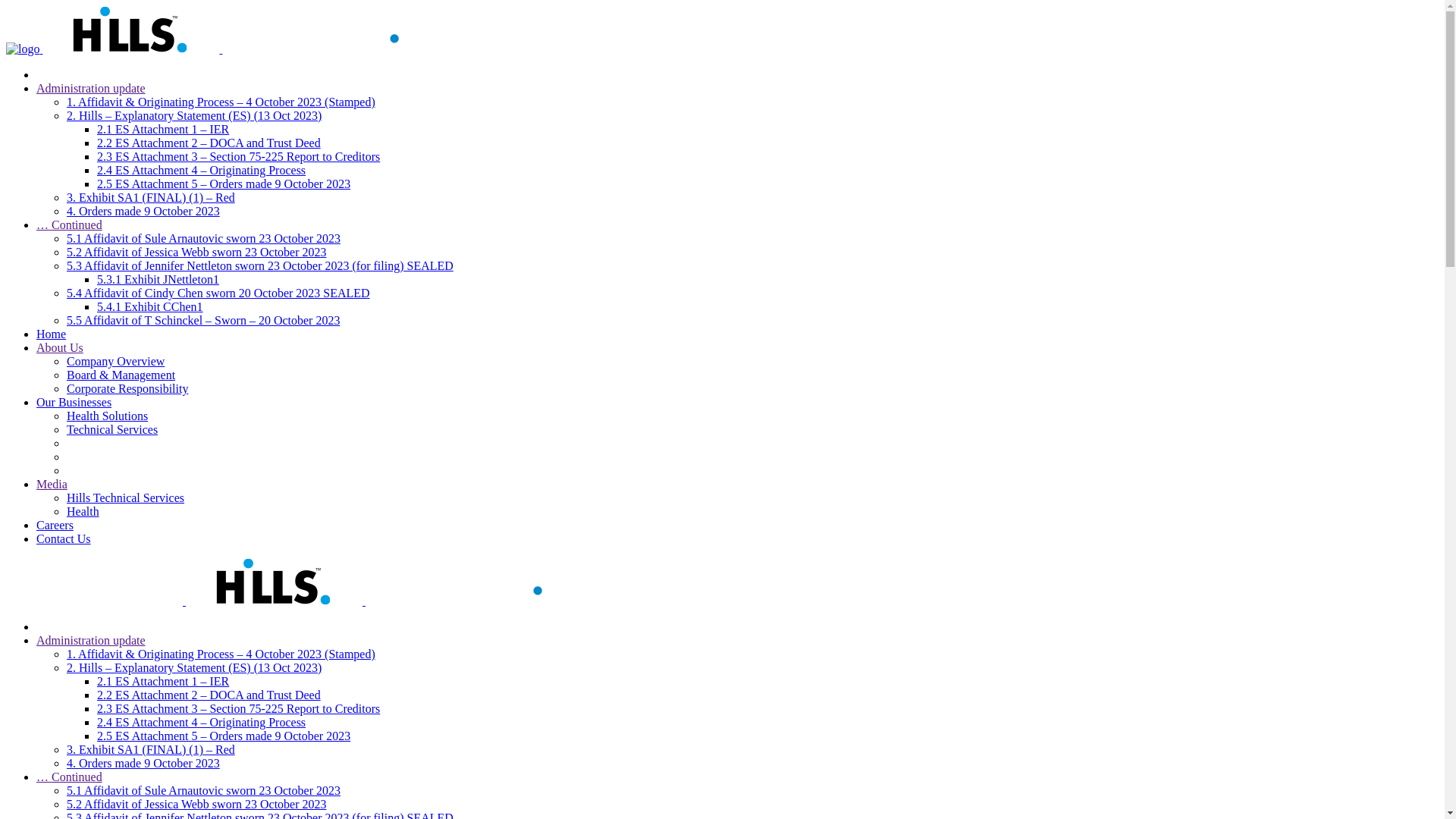  Describe the element at coordinates (218, 293) in the screenshot. I see `'5.4 Affidavit of Cindy Chen sworn 20 October 2023 SEALED'` at that location.